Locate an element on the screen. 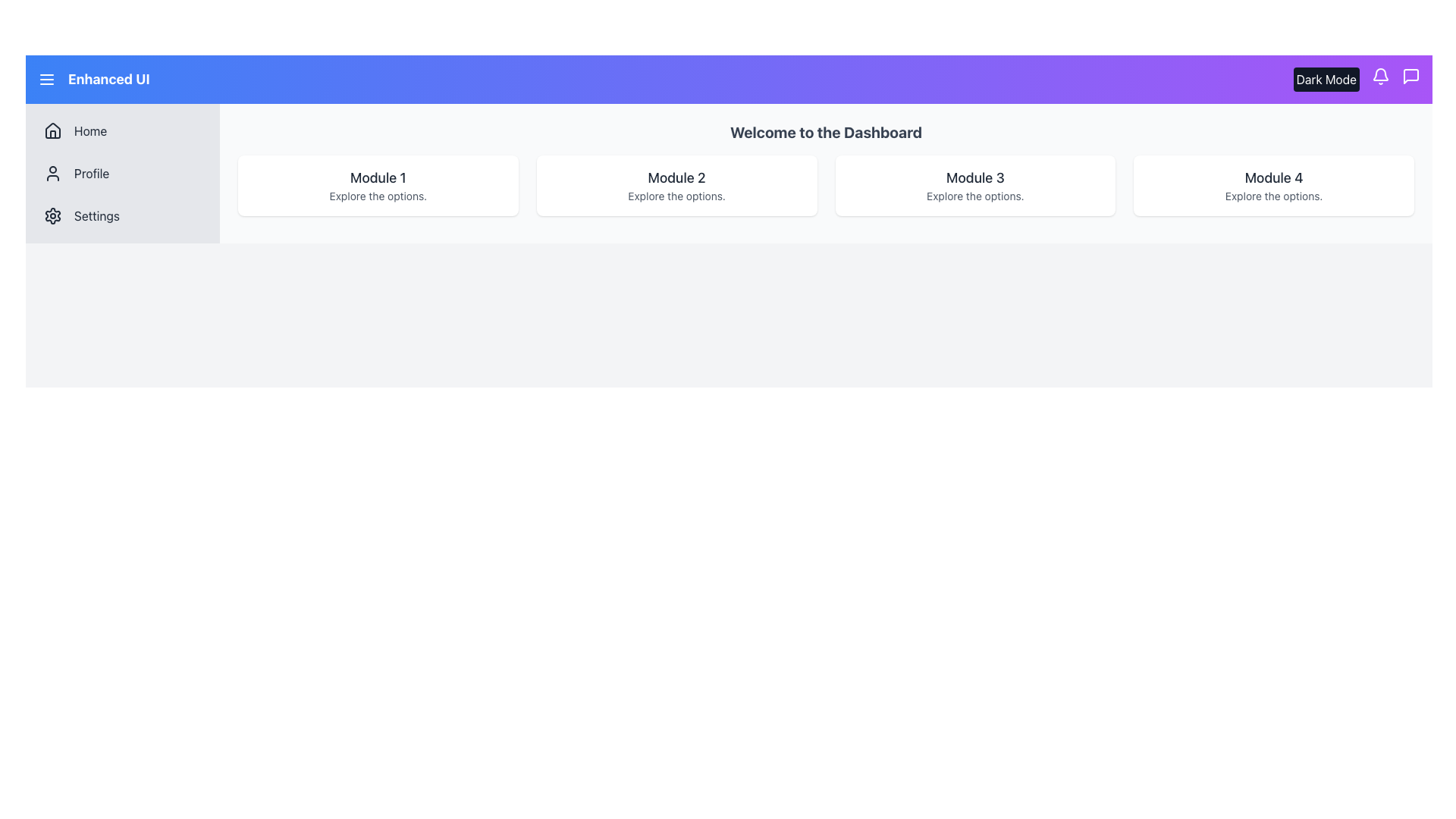 The width and height of the screenshot is (1456, 819). the text label that indicates the navigation option for accessing the settings section of the application, located below the 'Profile' menu item in the left sidebar is located at coordinates (96, 216).